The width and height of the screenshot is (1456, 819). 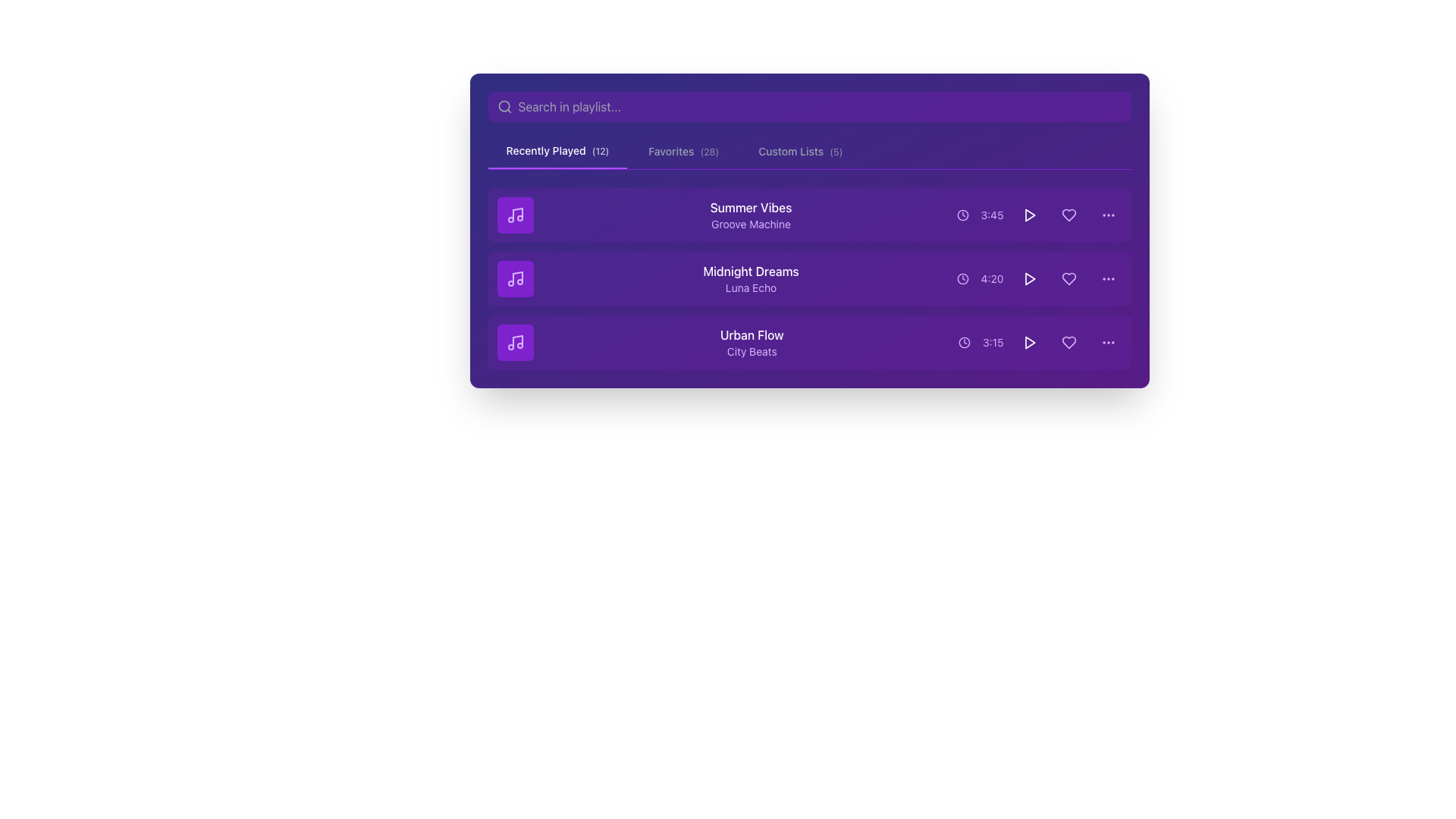 What do you see at coordinates (752, 351) in the screenshot?
I see `the text label indicating the sub-category or tag for the music item 'Urban Flow', which is the second text element in the playlist interface` at bounding box center [752, 351].